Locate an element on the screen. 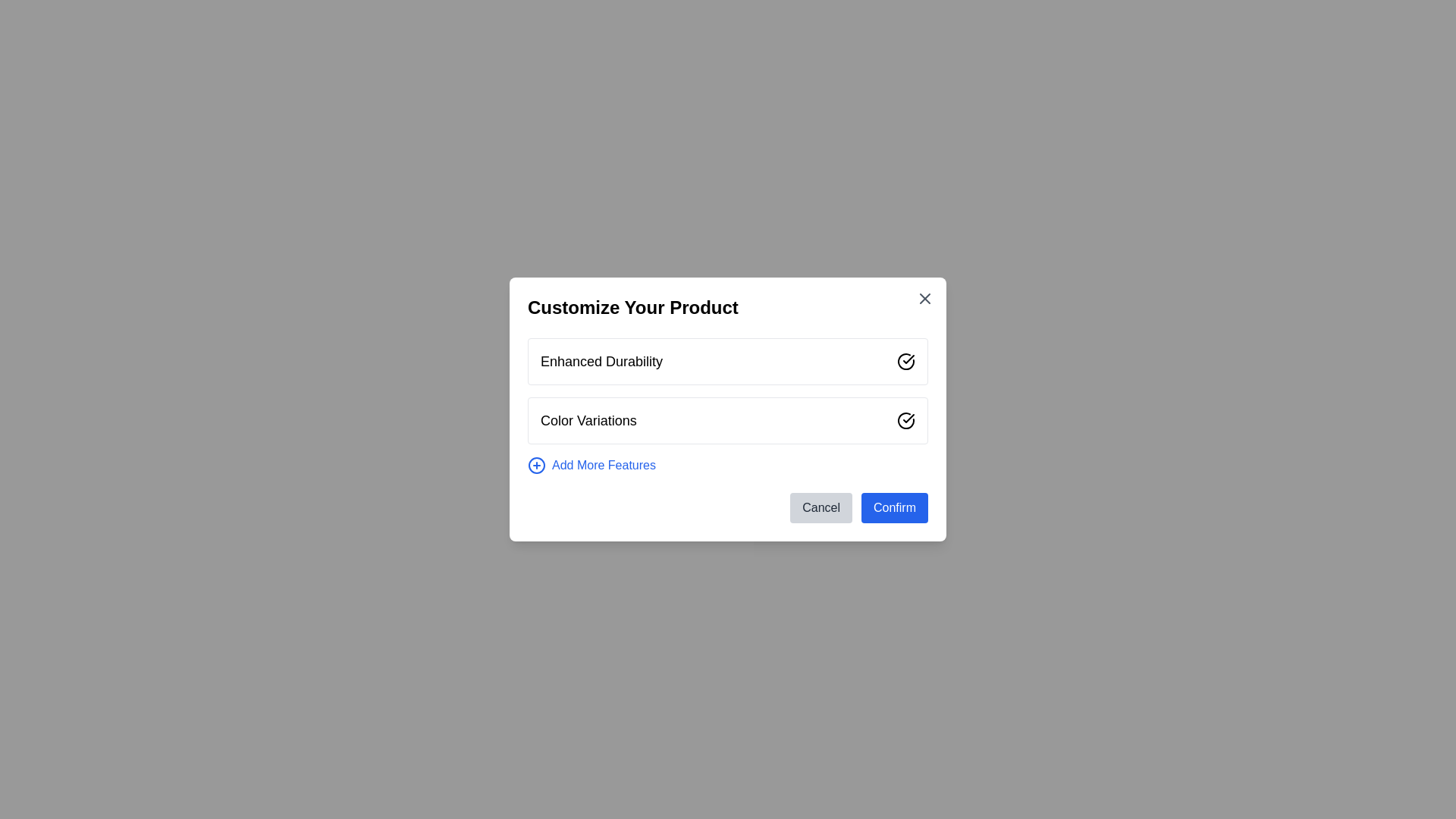 The width and height of the screenshot is (1456, 819). the 'Add More Features' button with the blue circular plus icon for keyboard navigation is located at coordinates (591, 464).